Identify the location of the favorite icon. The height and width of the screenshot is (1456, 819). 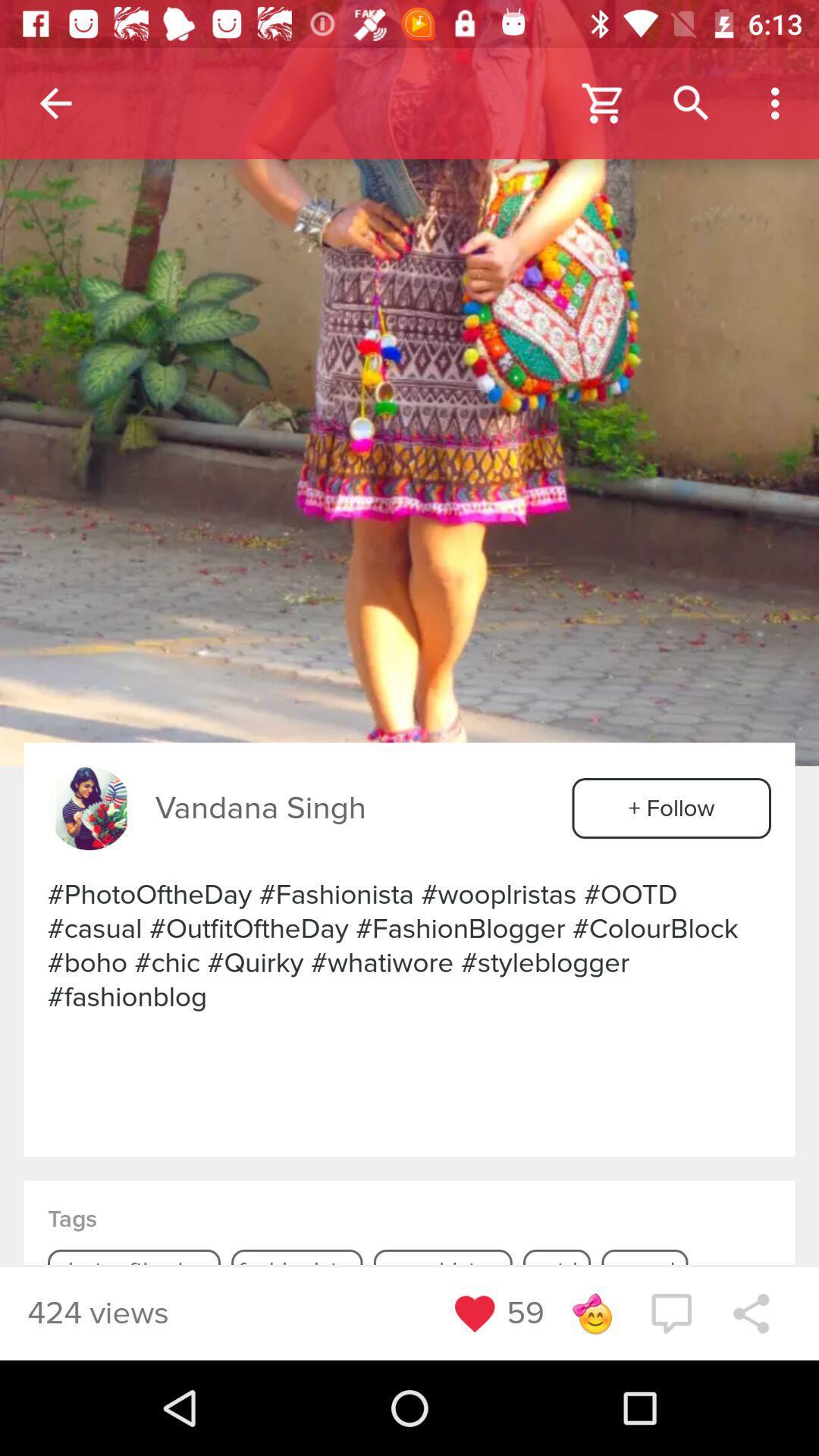
(474, 1313).